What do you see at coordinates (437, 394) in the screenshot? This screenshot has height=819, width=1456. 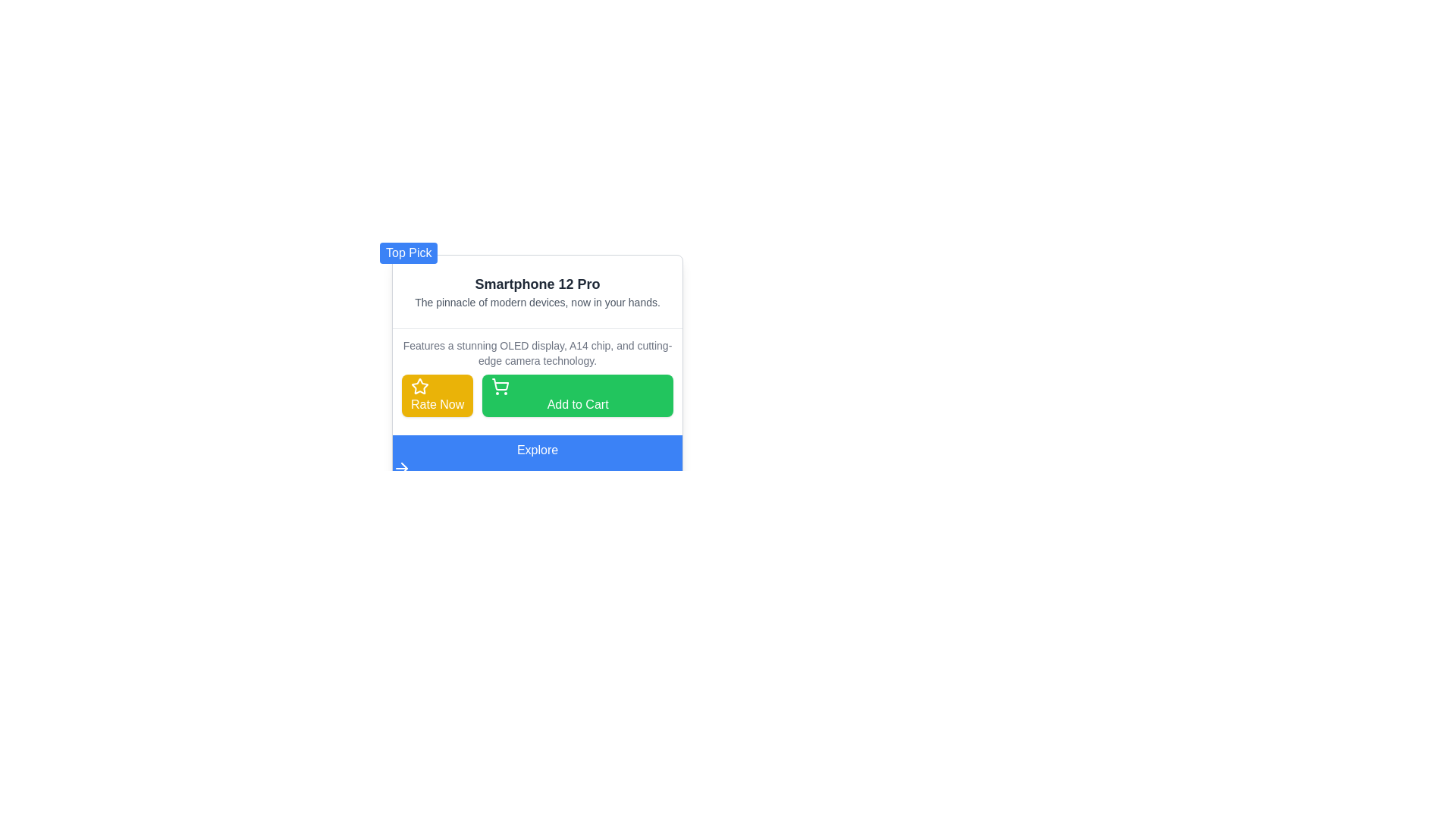 I see `the yellow rectangular 'Rate Now' button with rounded edges to initiate the rating action` at bounding box center [437, 394].